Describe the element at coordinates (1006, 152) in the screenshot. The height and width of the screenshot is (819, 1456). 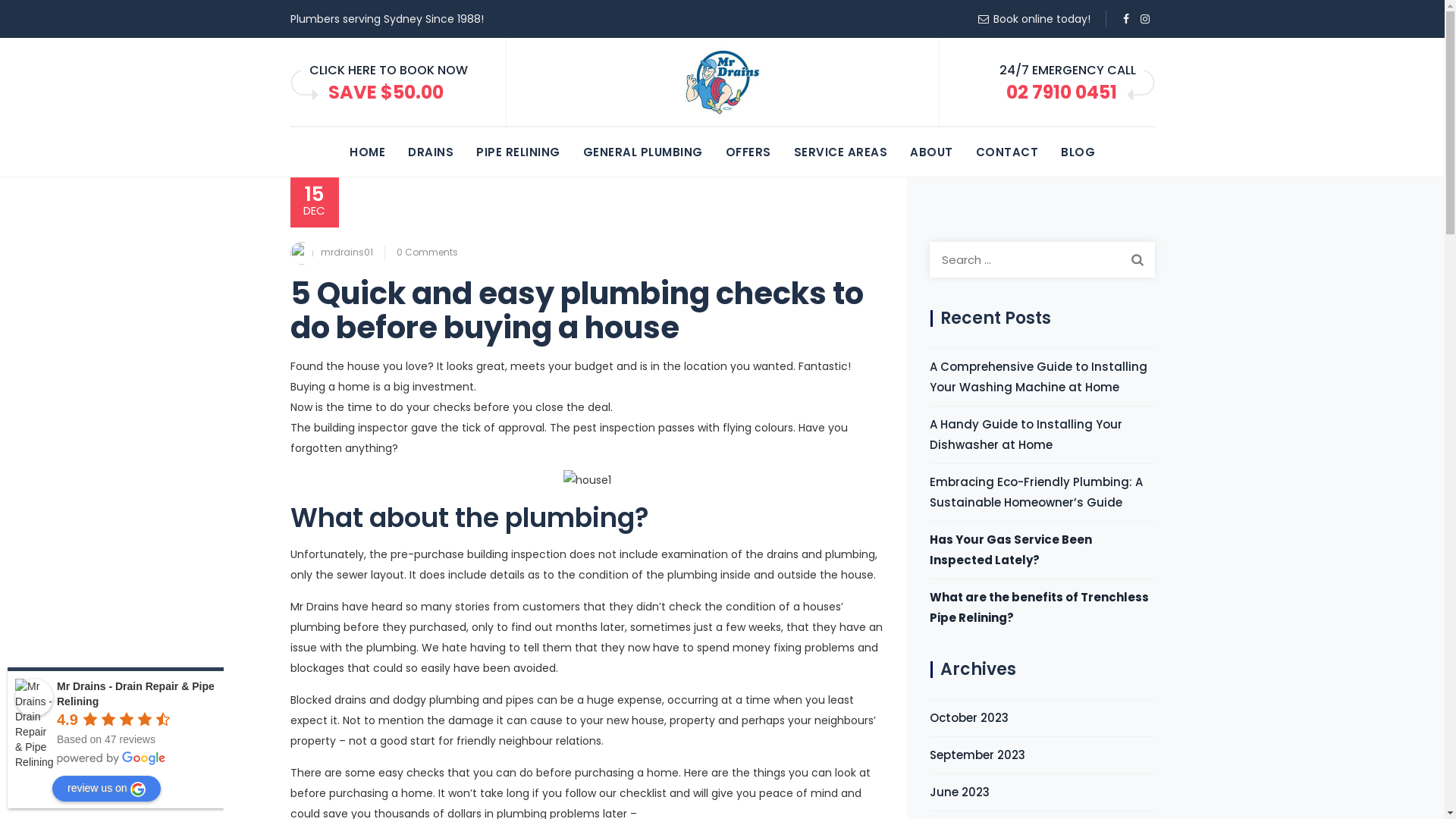
I see `'CONTACT'` at that location.